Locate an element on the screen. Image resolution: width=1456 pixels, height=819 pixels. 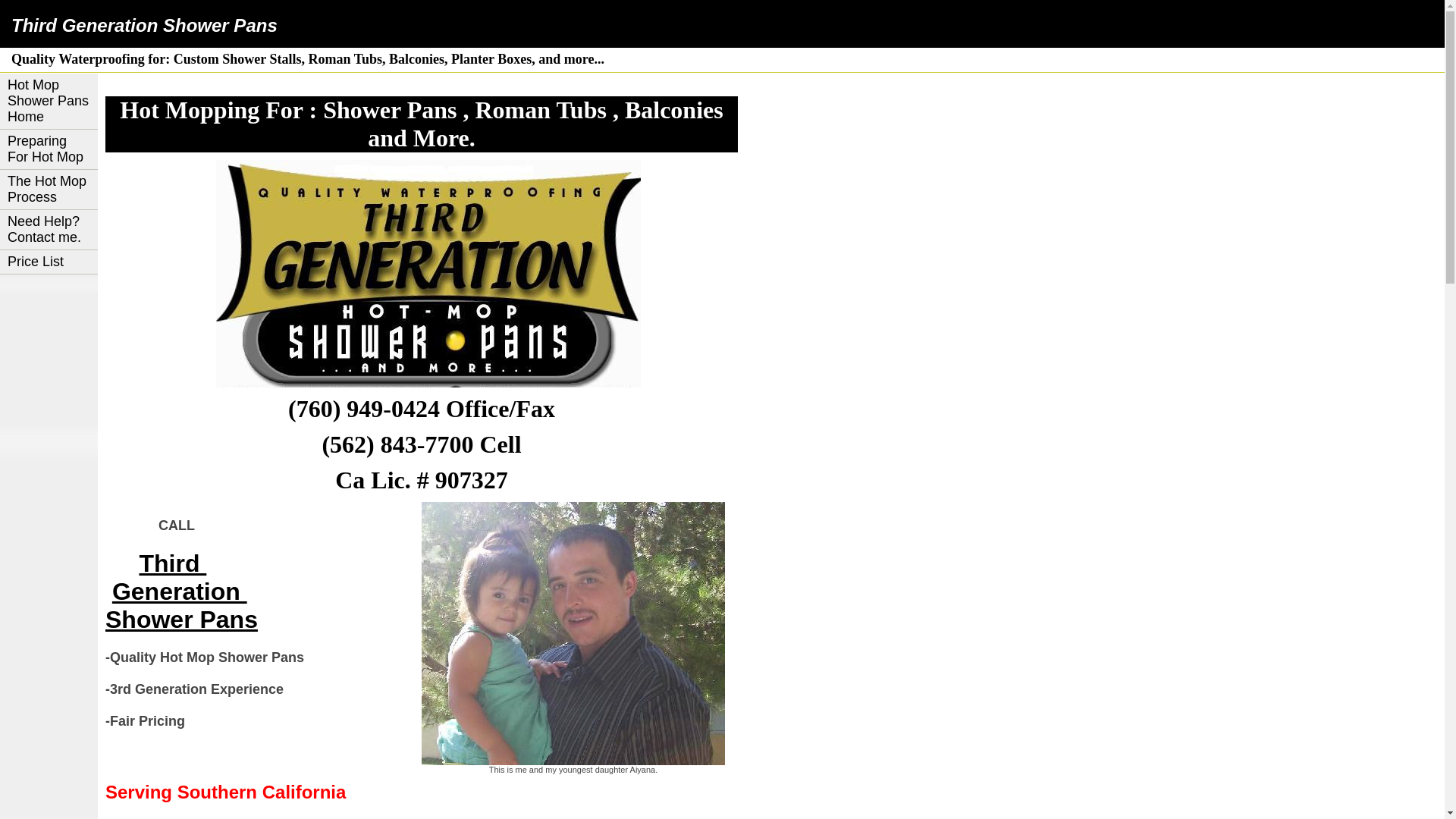
'Price List' is located at coordinates (49, 262).